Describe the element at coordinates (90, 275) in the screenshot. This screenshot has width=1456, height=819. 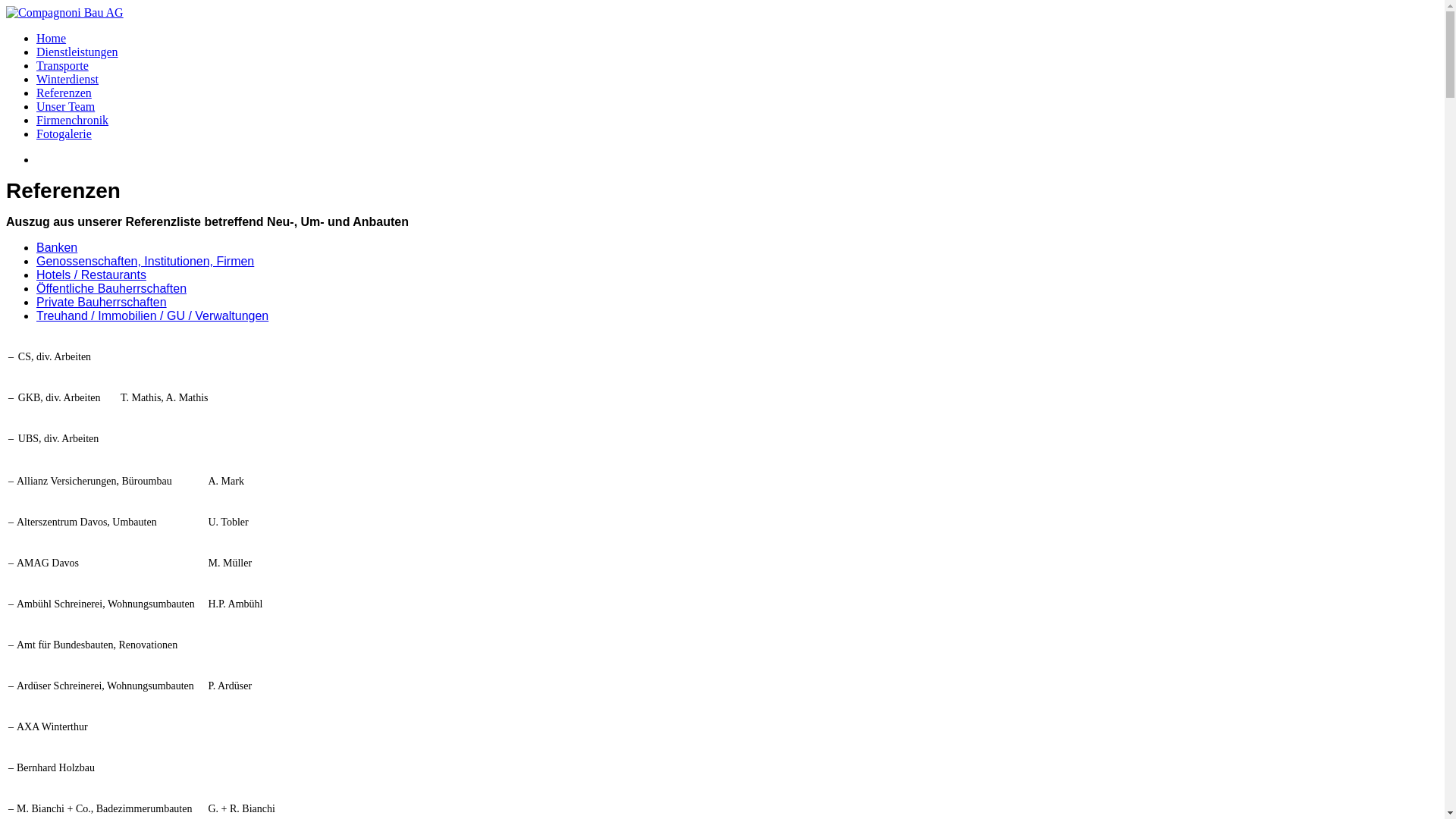
I see `'Hotels / Restaurants'` at that location.